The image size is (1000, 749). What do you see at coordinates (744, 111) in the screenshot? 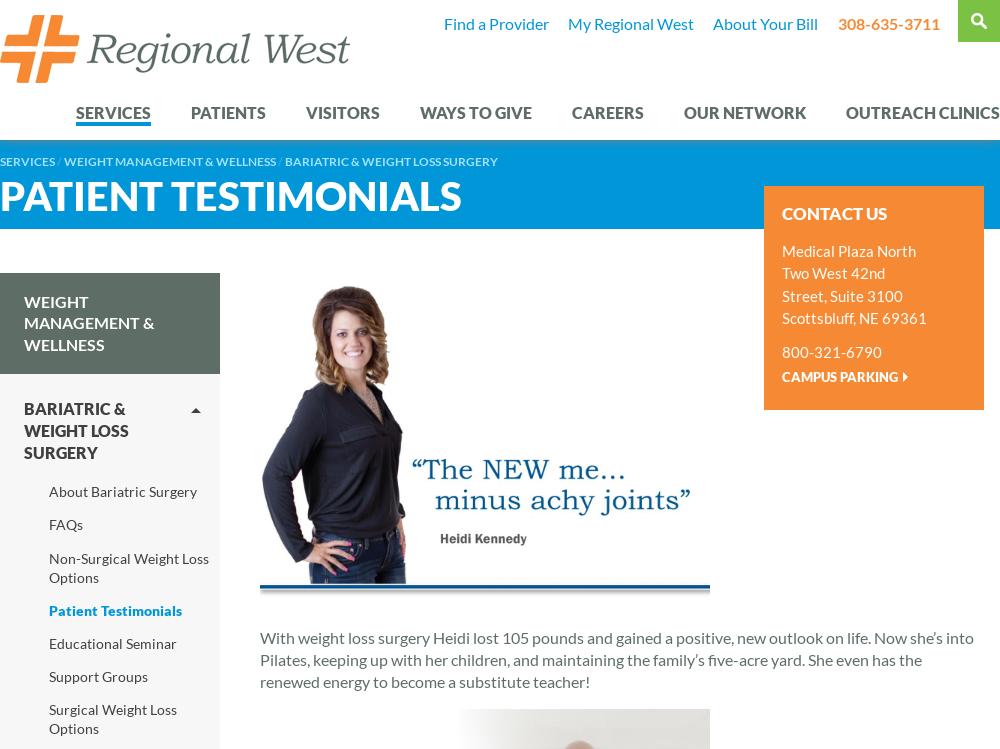
I see `'Our Network'` at bounding box center [744, 111].